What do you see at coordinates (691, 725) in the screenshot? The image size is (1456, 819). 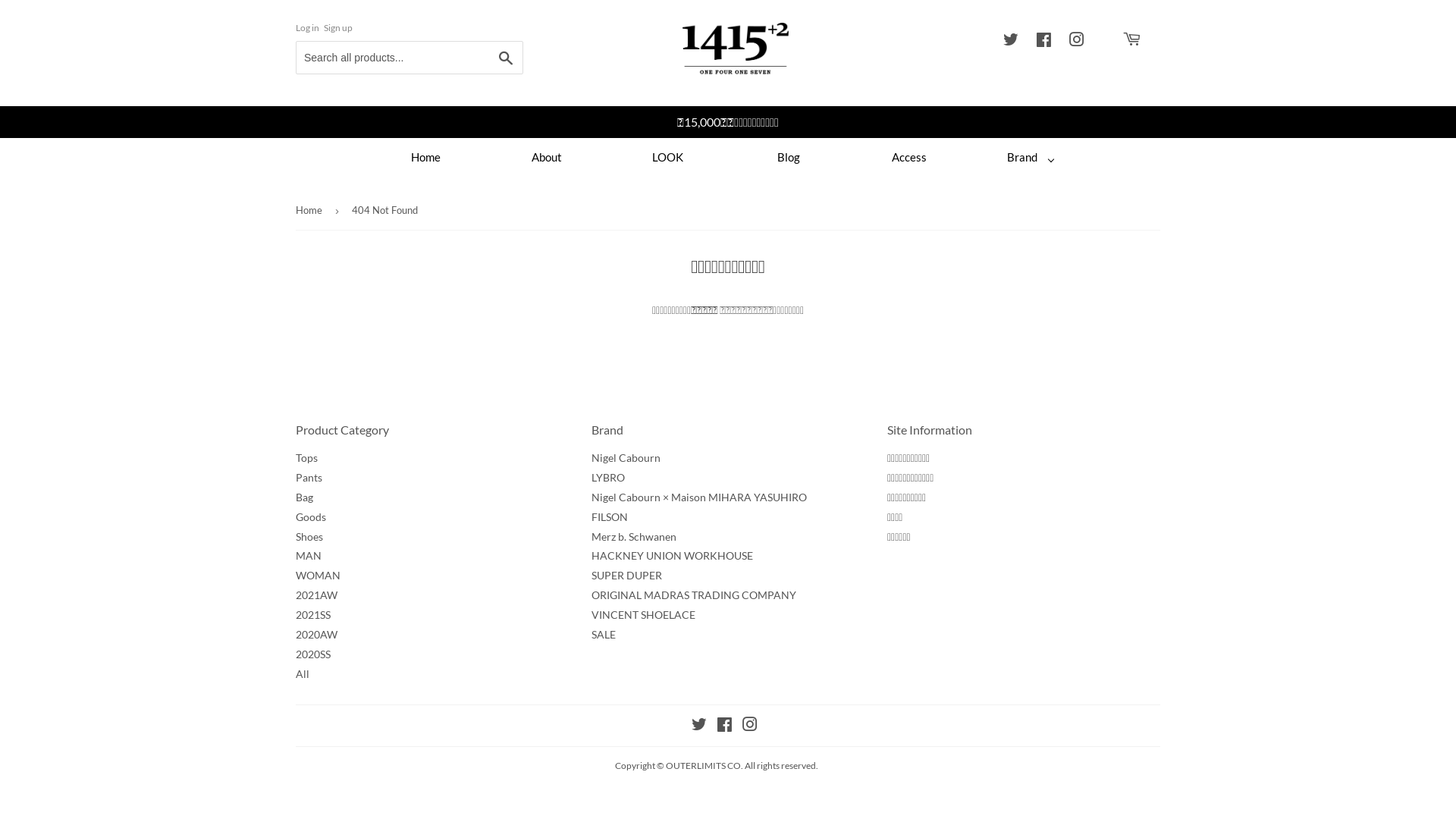 I see `'Twitter'` at bounding box center [691, 725].